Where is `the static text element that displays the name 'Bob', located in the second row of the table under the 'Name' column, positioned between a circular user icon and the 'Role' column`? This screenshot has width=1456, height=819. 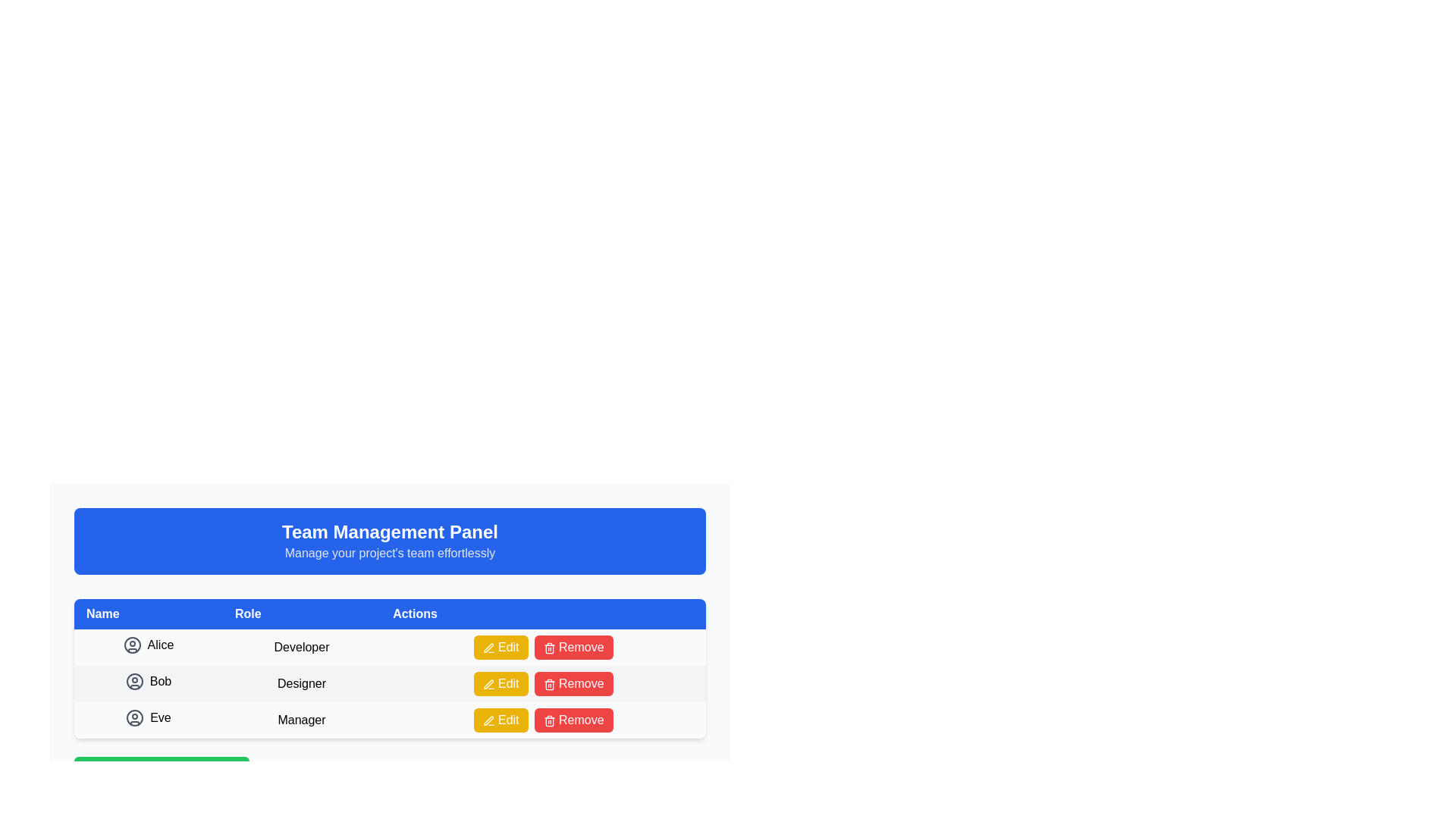
the static text element that displays the name 'Bob', located in the second row of the table under the 'Name' column, positioned between a circular user icon and the 'Role' column is located at coordinates (160, 680).